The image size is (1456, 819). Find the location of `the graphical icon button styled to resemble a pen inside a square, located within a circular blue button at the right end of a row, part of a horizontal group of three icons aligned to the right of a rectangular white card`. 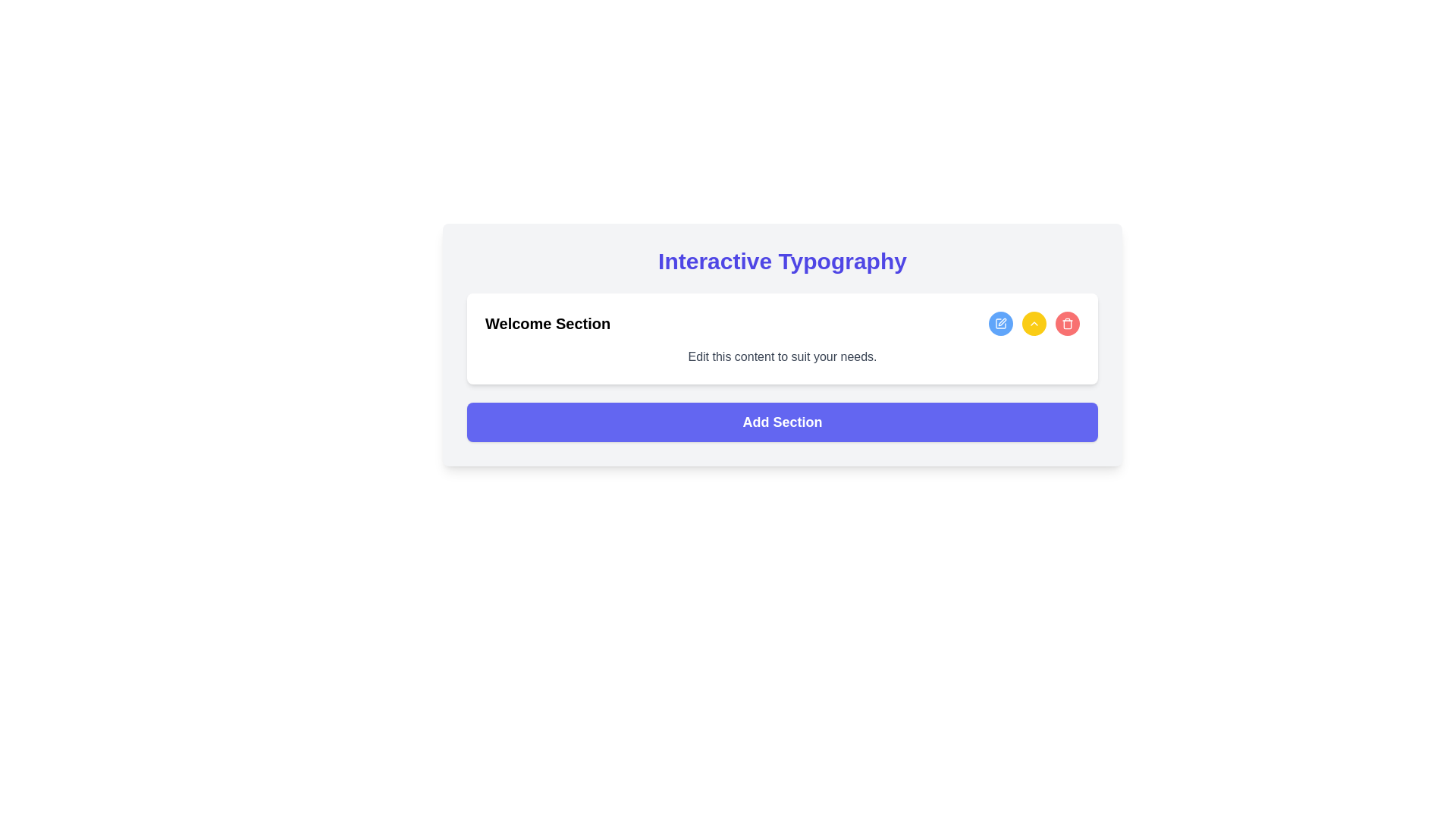

the graphical icon button styled to resemble a pen inside a square, located within a circular blue button at the right end of a row, part of a horizontal group of three icons aligned to the right of a rectangular white card is located at coordinates (1001, 323).